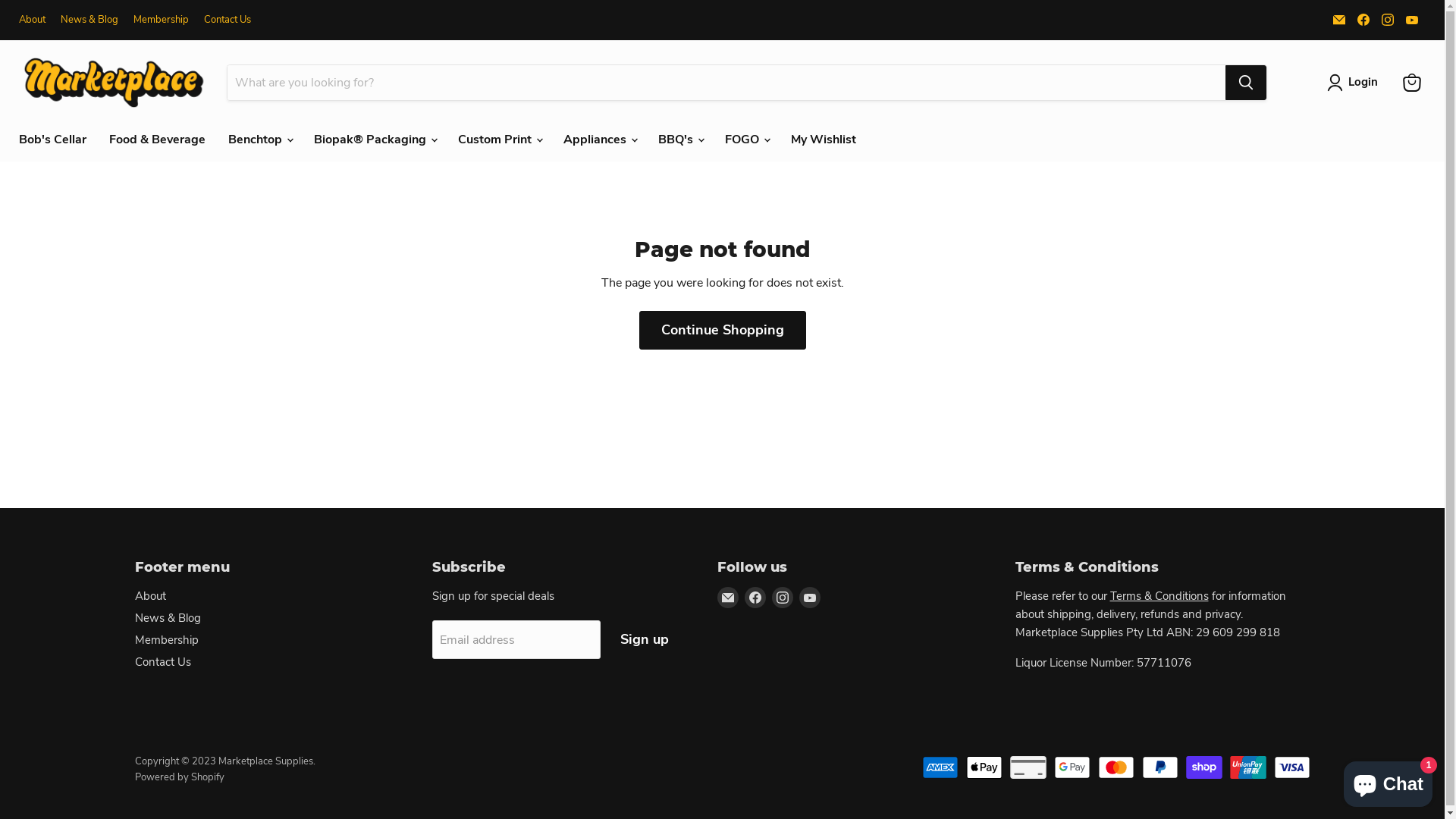 Image resolution: width=1456 pixels, height=819 pixels. What do you see at coordinates (720, 329) in the screenshot?
I see `'Continue Shopping'` at bounding box center [720, 329].